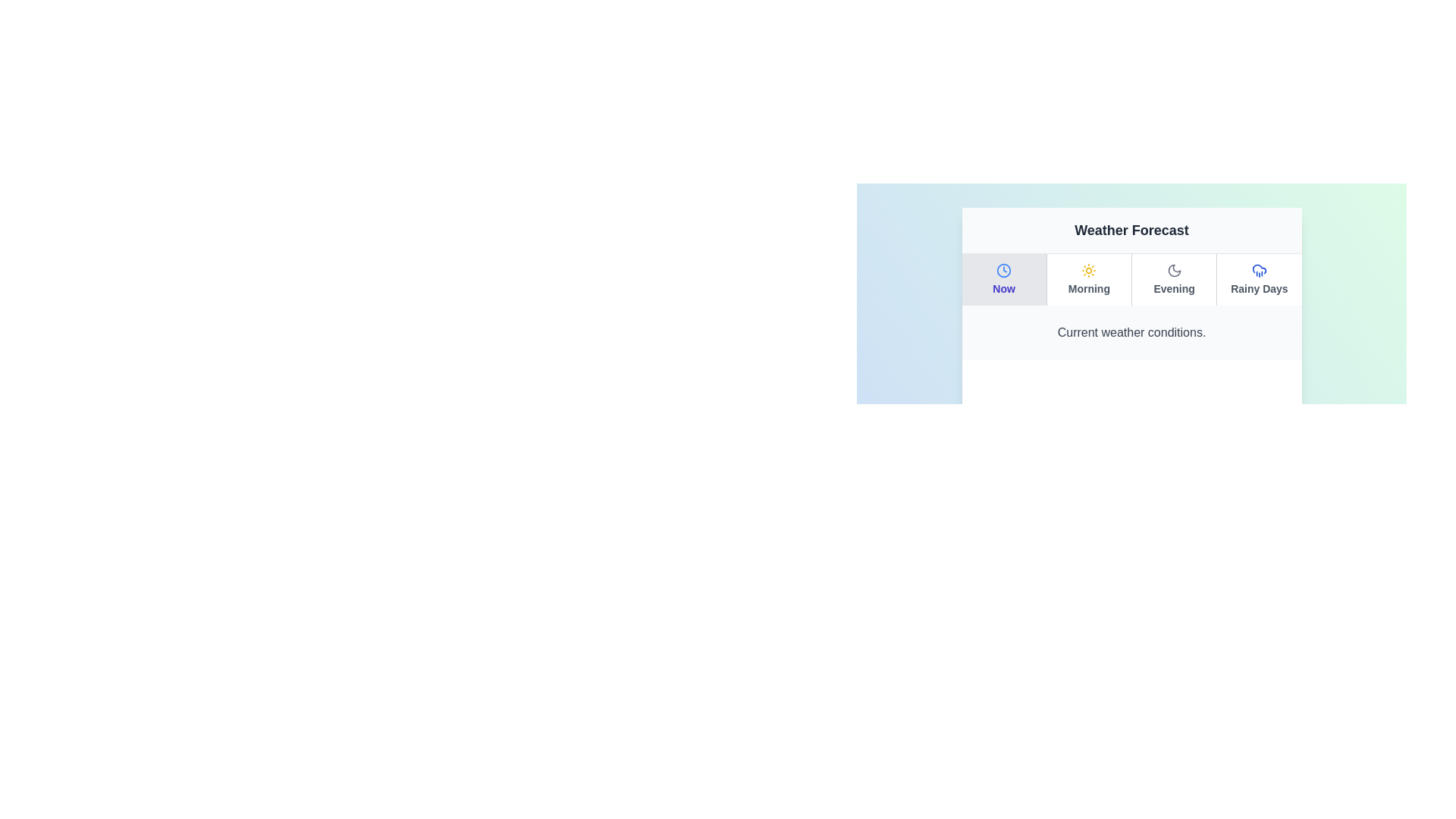 This screenshot has height=819, width=1456. What do you see at coordinates (1087, 280) in the screenshot?
I see `the 'Morning' button, which is the second item in a horizontal group of options between the 'Now' and 'Evening' buttons` at bounding box center [1087, 280].